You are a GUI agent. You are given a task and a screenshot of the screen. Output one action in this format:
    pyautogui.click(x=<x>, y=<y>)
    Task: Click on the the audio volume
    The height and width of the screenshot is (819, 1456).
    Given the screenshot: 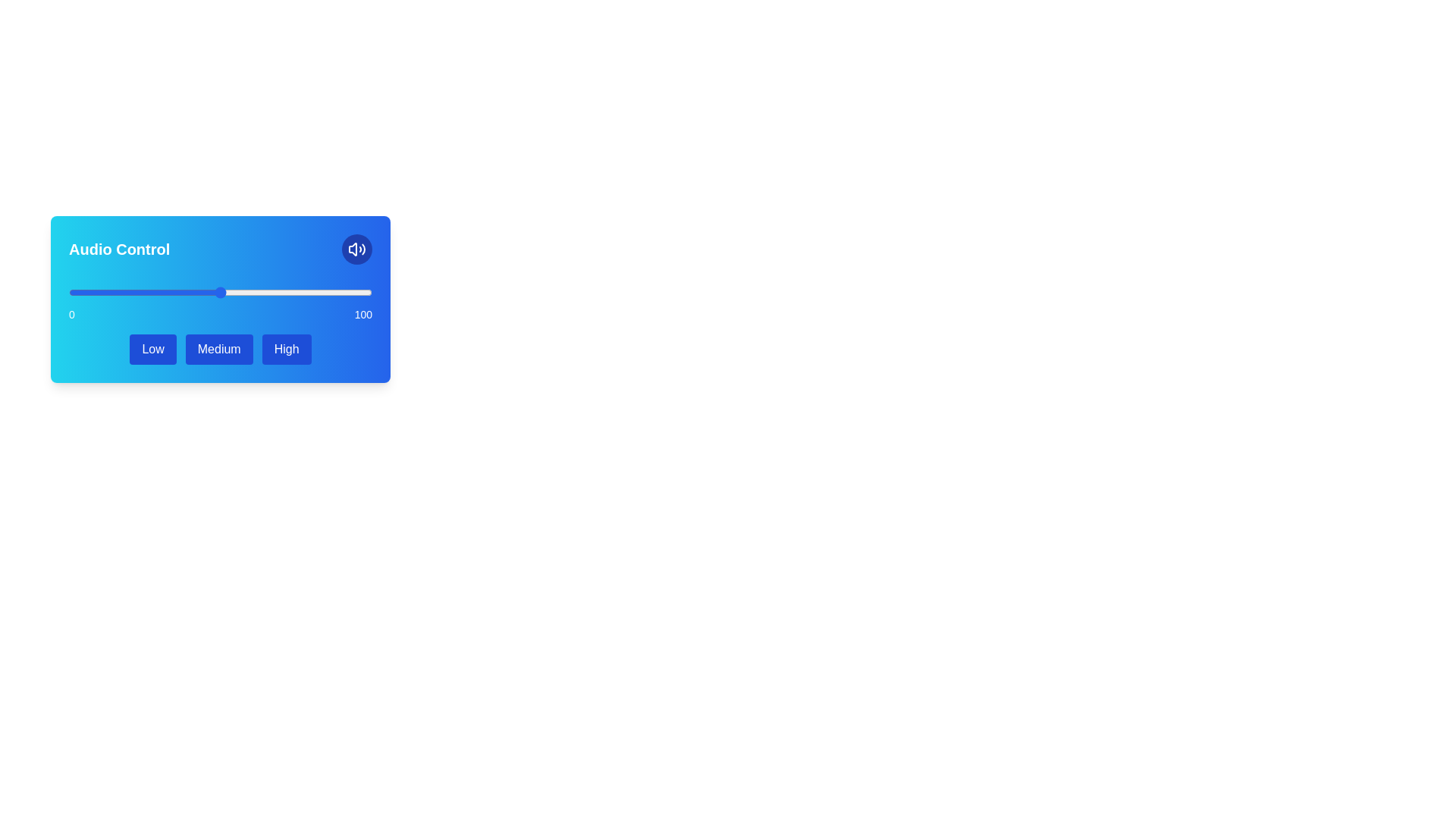 What is the action you would take?
    pyautogui.click(x=98, y=292)
    